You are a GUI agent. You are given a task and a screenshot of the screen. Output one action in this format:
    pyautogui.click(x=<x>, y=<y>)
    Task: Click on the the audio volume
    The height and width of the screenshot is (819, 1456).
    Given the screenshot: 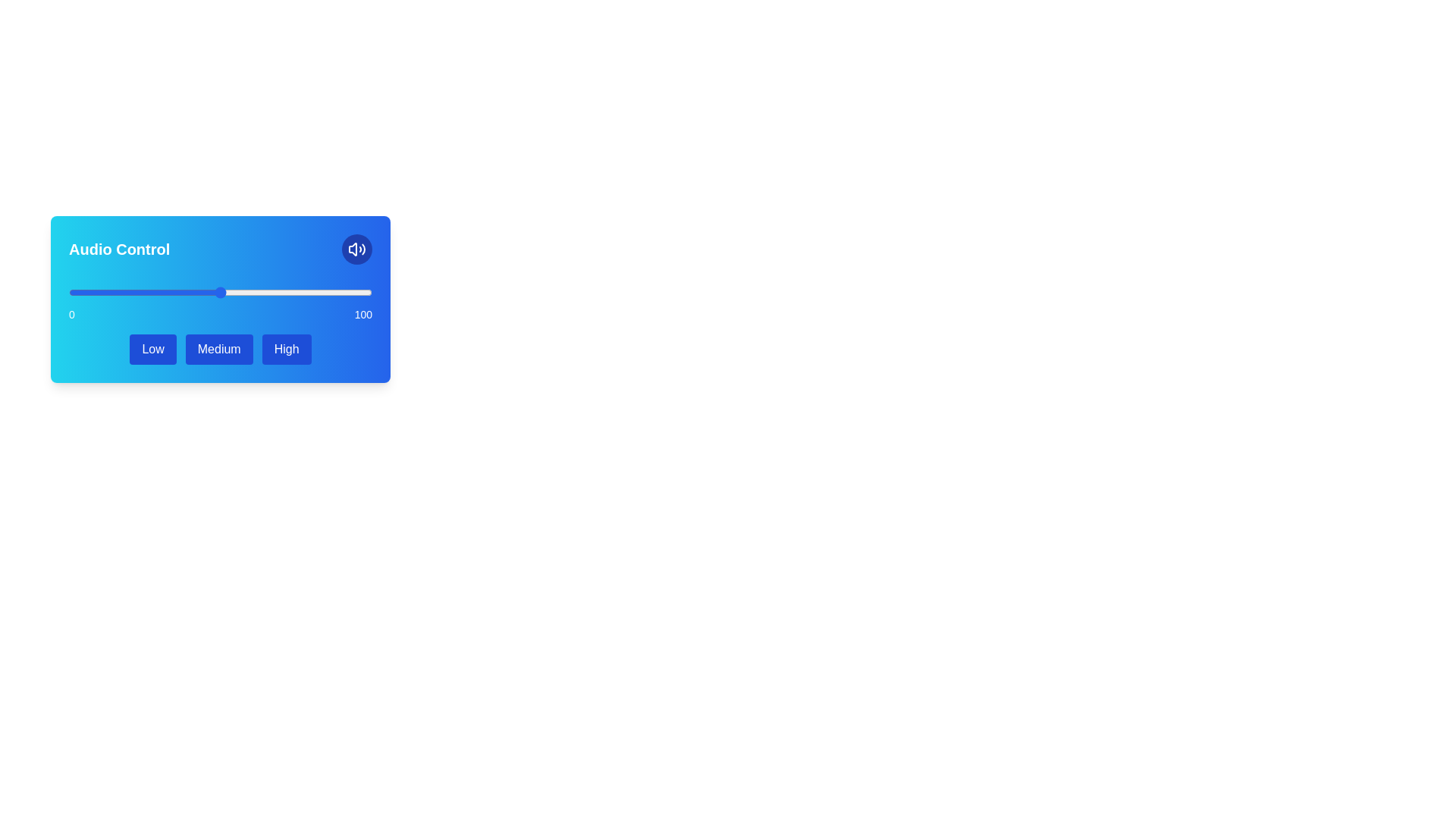 What is the action you would take?
    pyautogui.click(x=98, y=292)
    